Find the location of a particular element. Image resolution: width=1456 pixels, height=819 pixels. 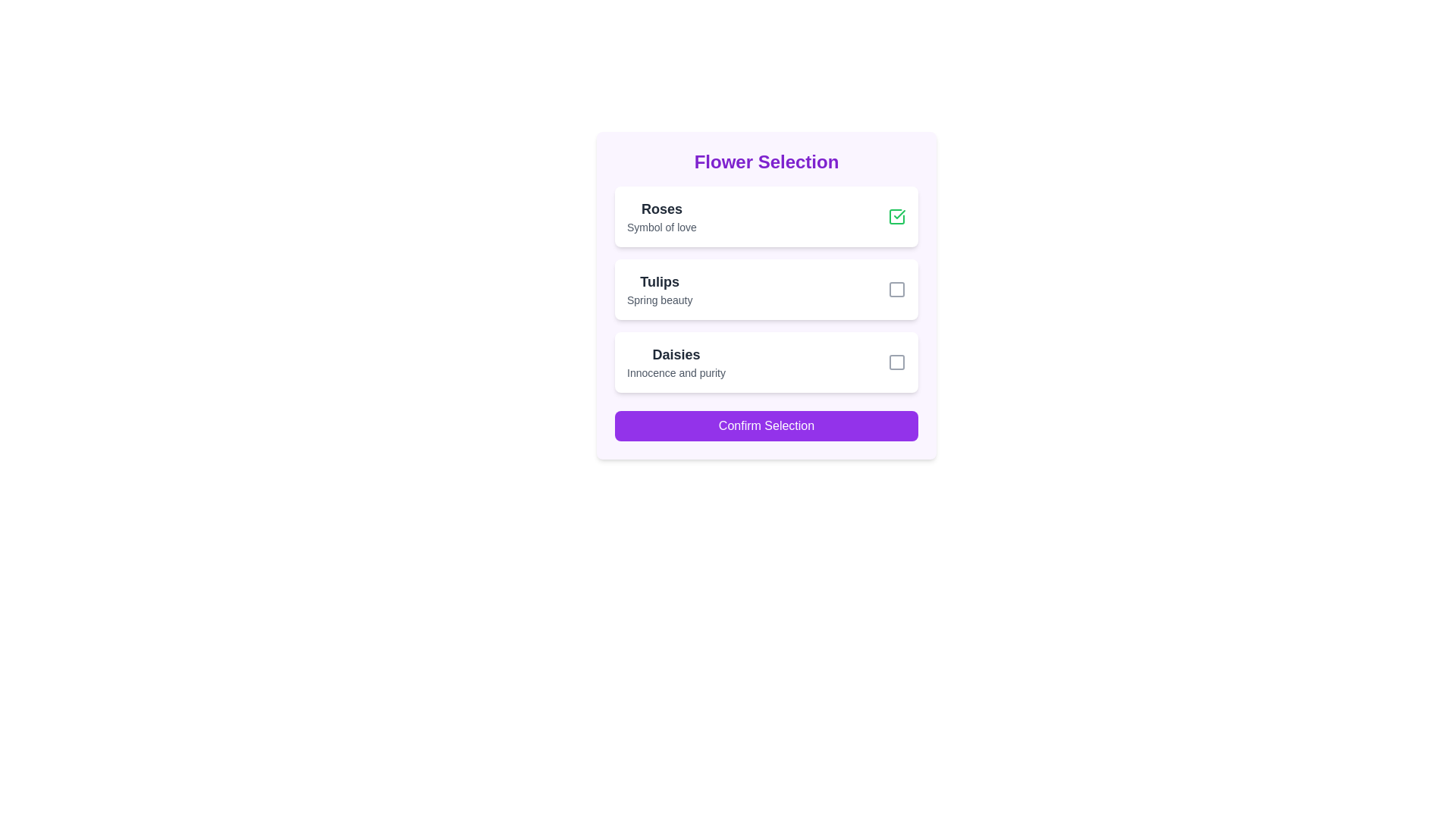

the checkbox indicator for 'Tulips' is located at coordinates (896, 289).